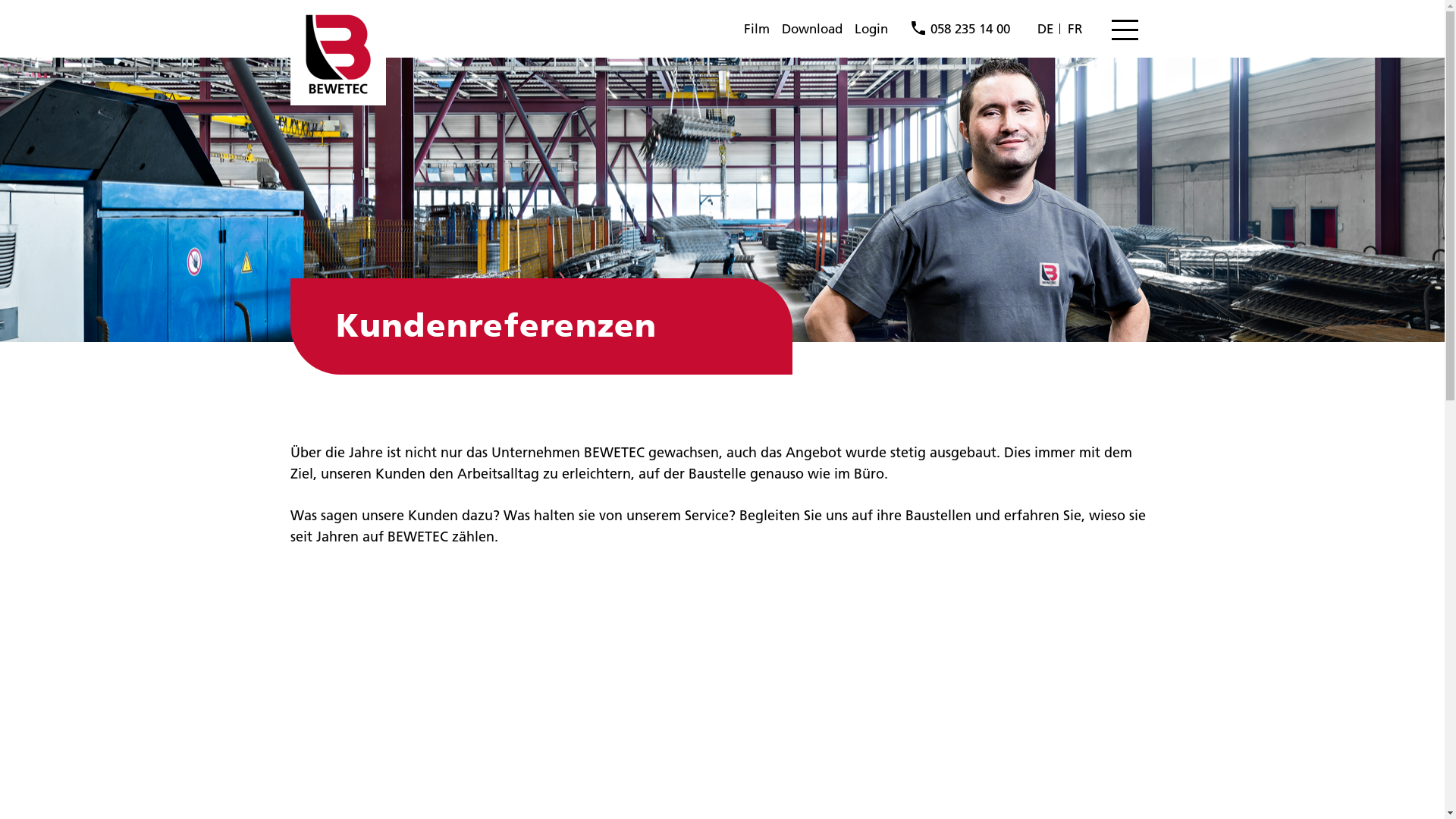  I want to click on '058 235 14 00', so click(960, 29).